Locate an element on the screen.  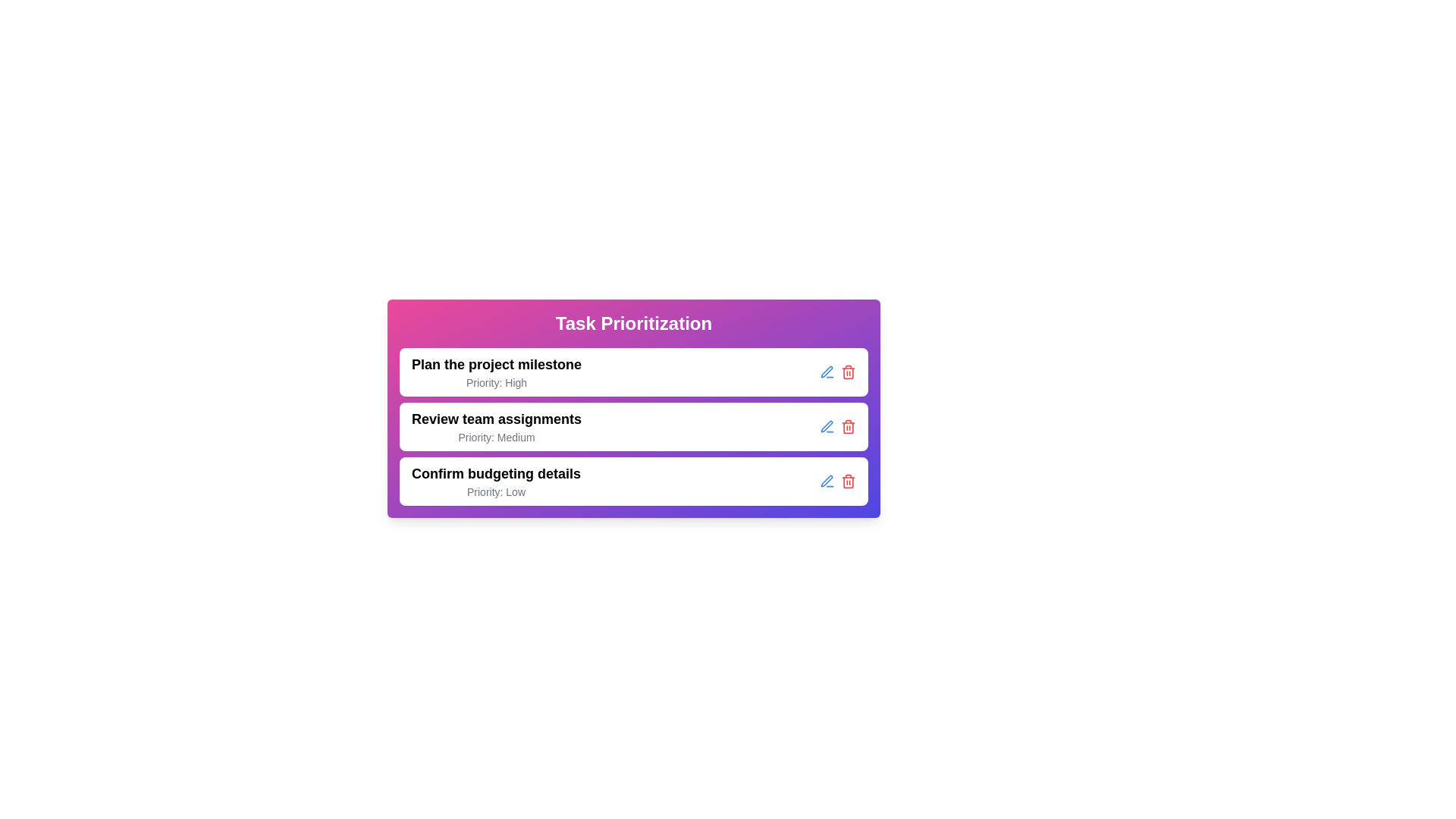
the task card labeled 'Review team assignments' which is the second card in a vertical list, displaying a priority level of 'Medium' is located at coordinates (633, 427).